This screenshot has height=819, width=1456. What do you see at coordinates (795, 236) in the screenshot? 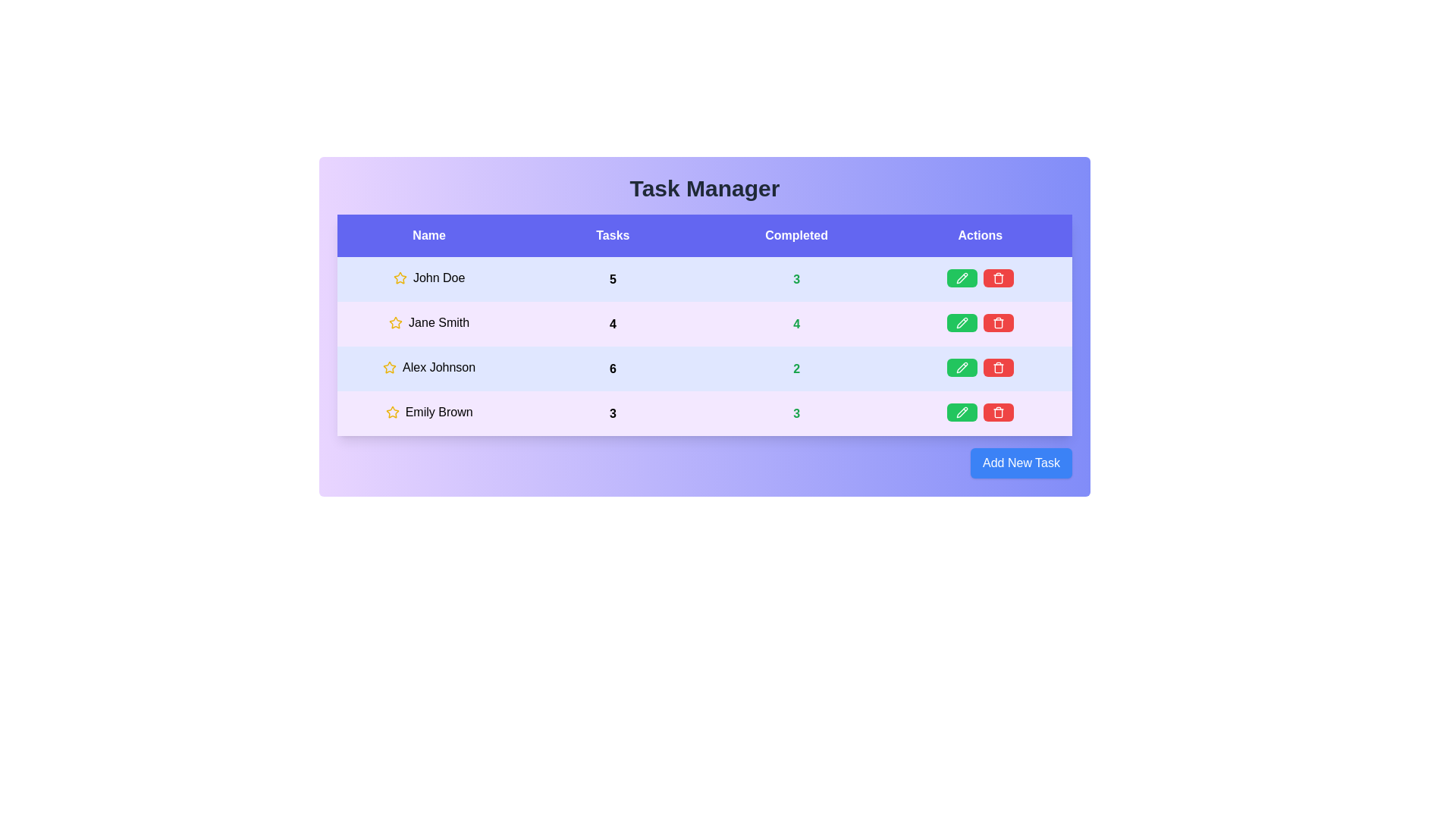
I see `the text in the Completed column for copying` at bounding box center [795, 236].